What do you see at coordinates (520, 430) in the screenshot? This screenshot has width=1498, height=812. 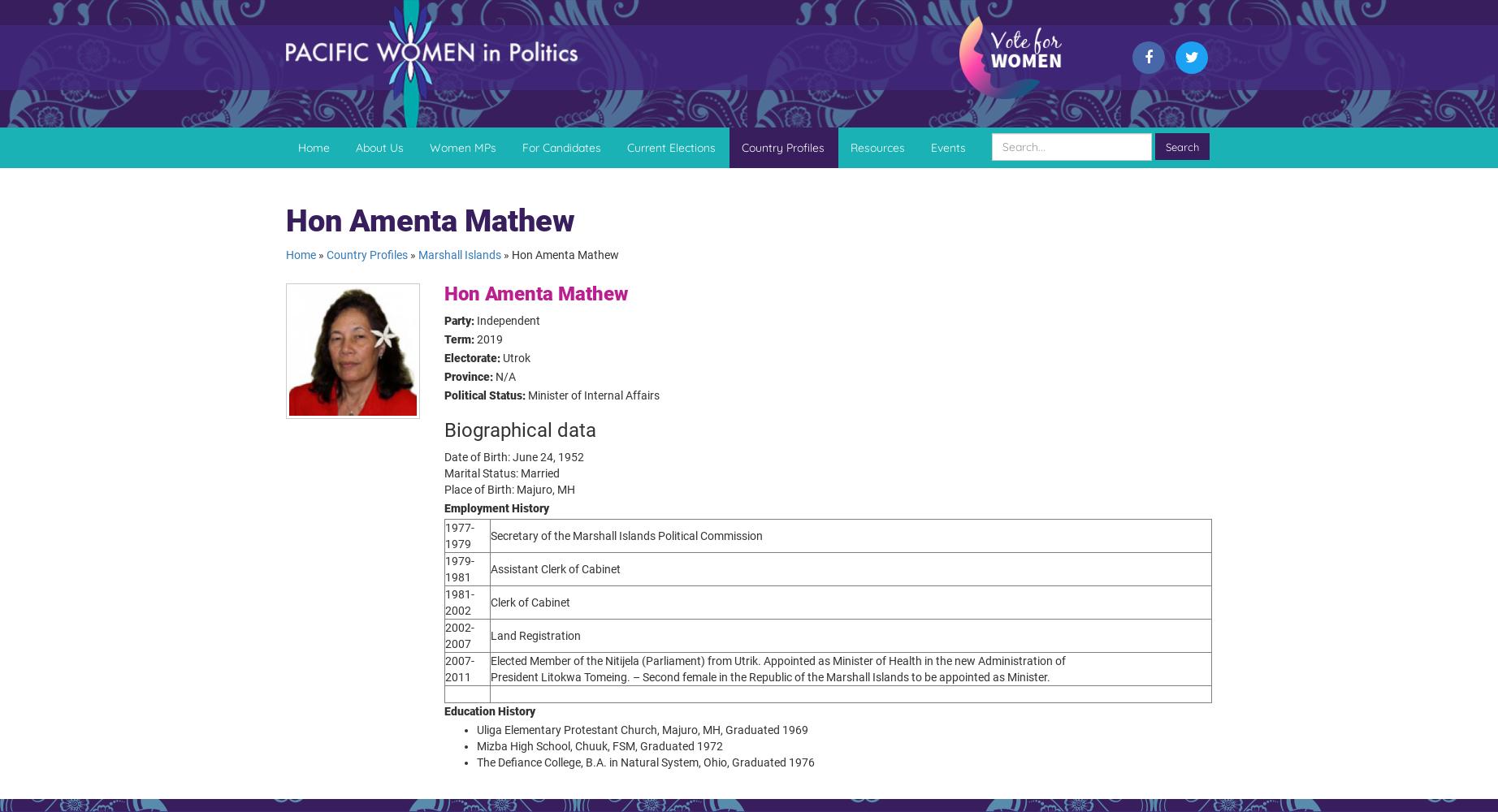 I see `'Biographical data'` at bounding box center [520, 430].